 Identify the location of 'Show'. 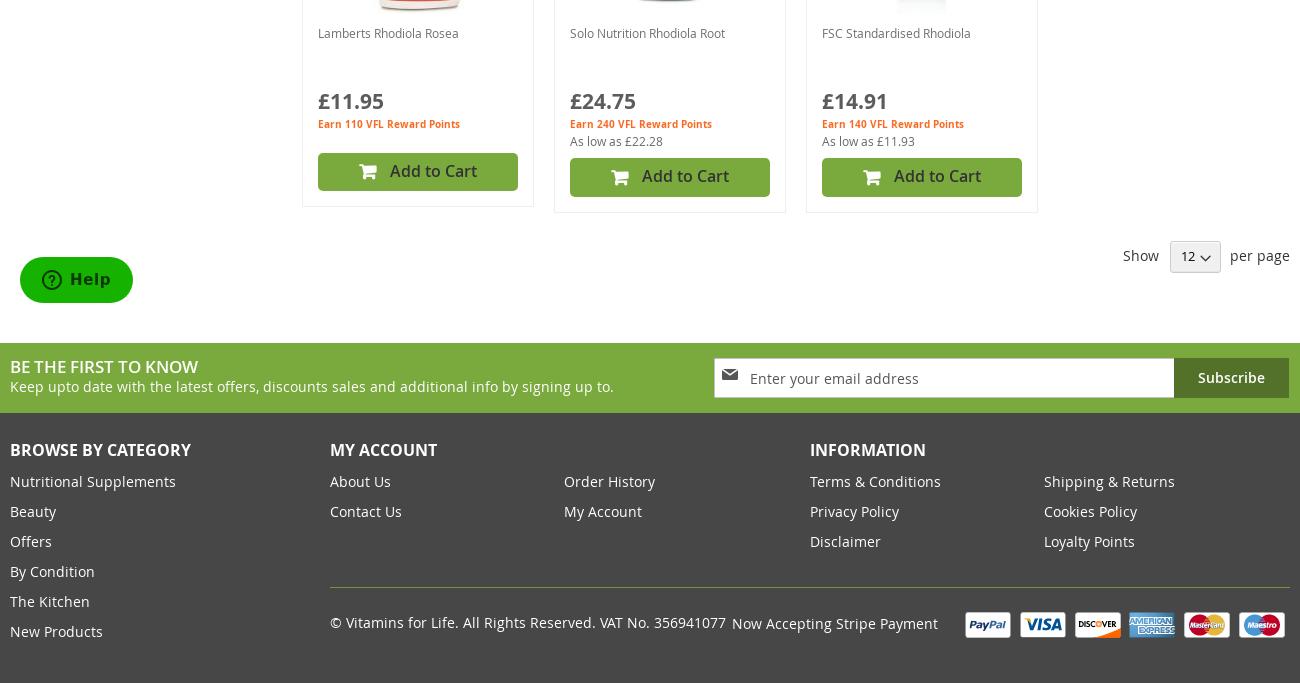
(1141, 254).